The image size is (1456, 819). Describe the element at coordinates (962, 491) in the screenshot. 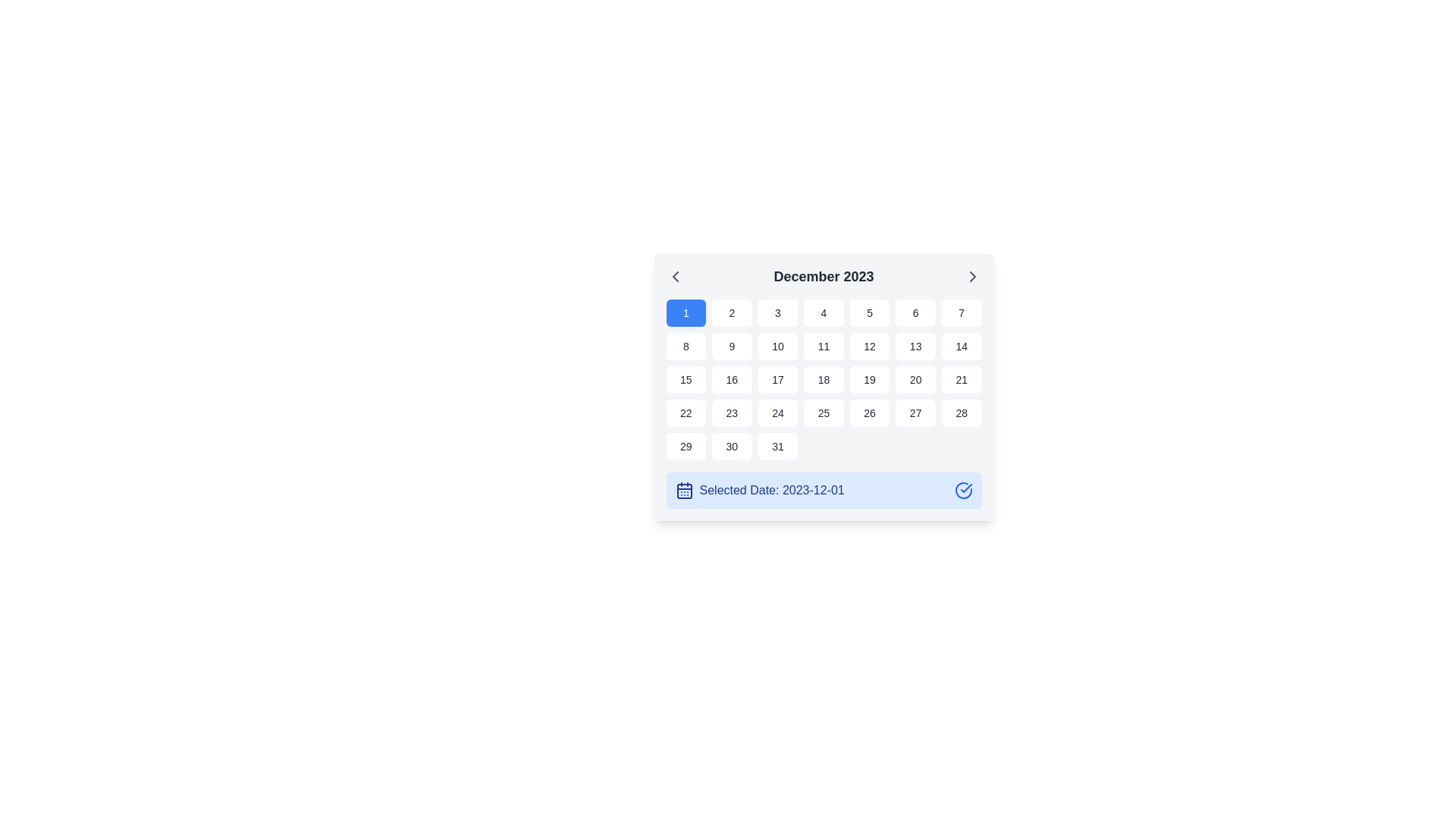

I see `the blue circular icon with a checkmark located at the bottom-right of the date display labeled 'Selected Date: 2023-12-01'` at that location.